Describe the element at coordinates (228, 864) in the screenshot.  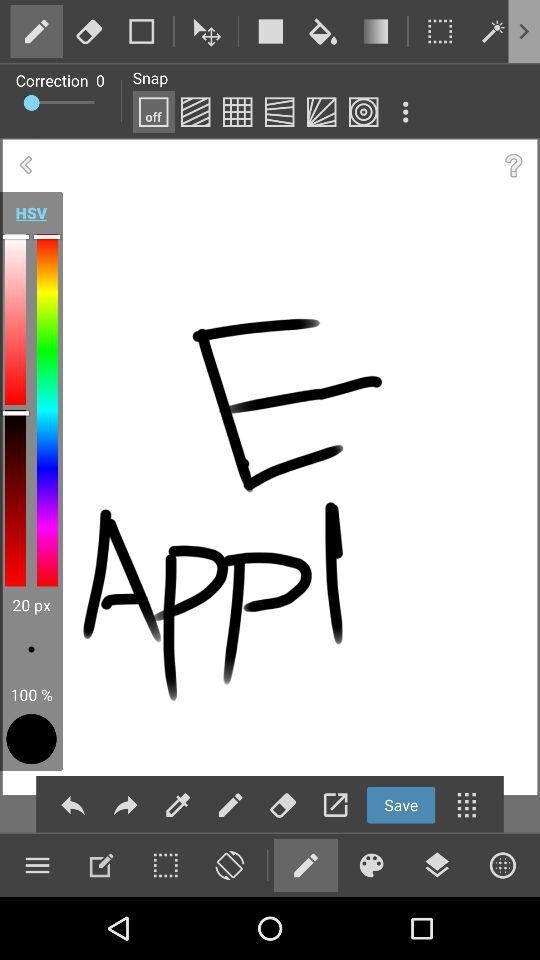
I see `eraser button` at that location.